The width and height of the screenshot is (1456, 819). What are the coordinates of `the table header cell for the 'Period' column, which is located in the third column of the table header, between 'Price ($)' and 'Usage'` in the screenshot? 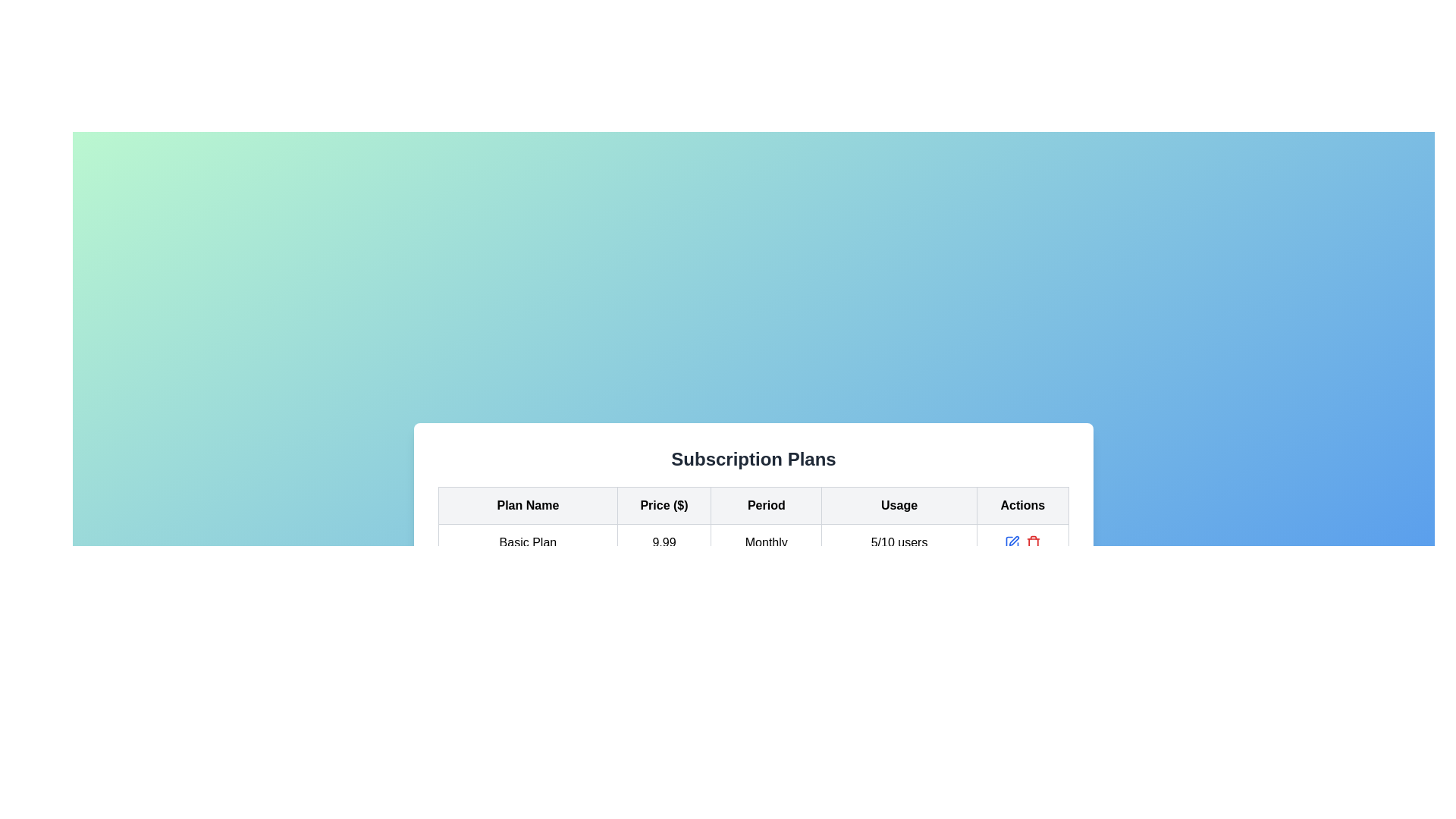 It's located at (766, 505).